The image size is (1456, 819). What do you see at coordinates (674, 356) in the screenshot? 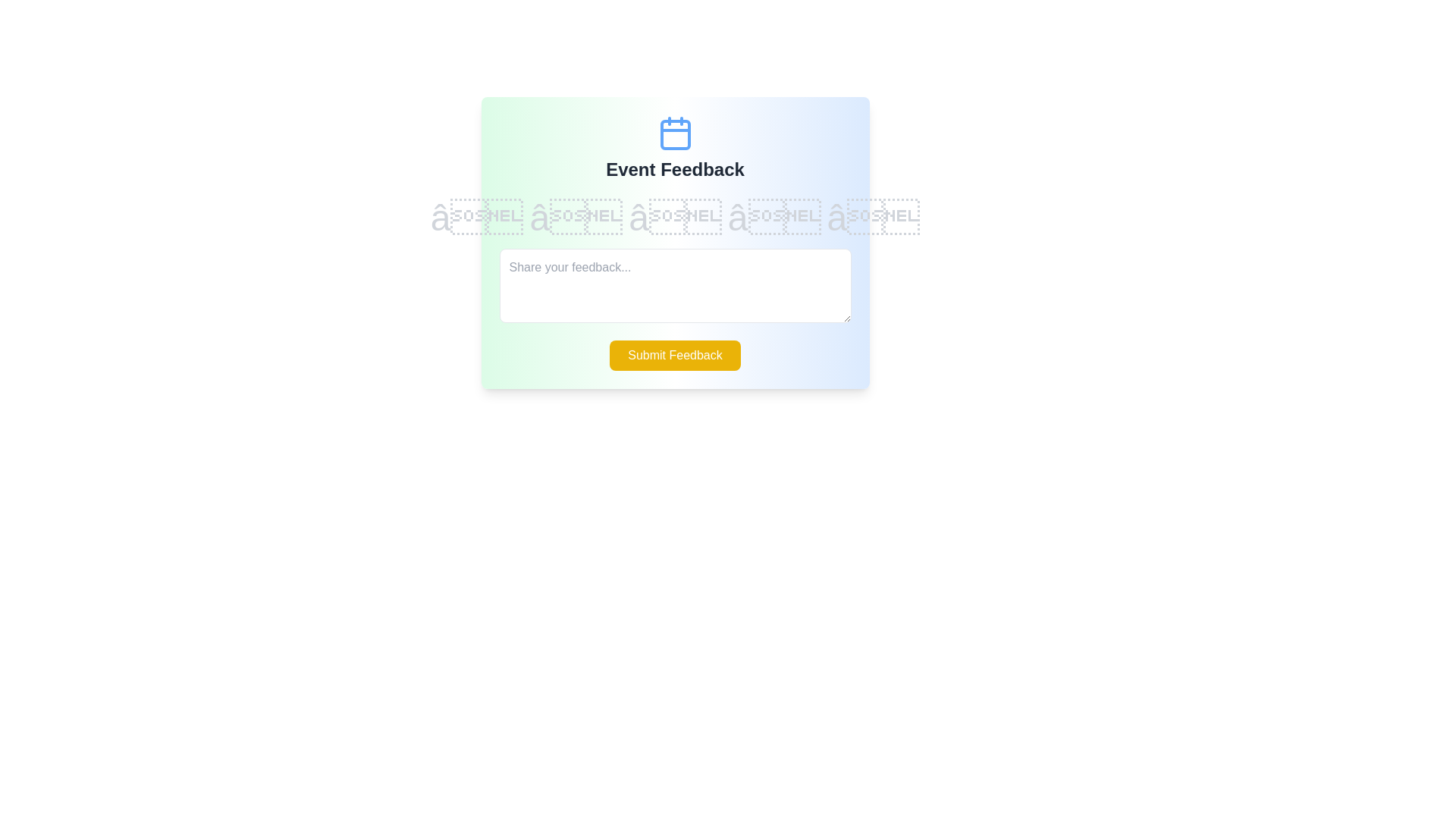
I see `the 'Submit Feedback' button` at bounding box center [674, 356].